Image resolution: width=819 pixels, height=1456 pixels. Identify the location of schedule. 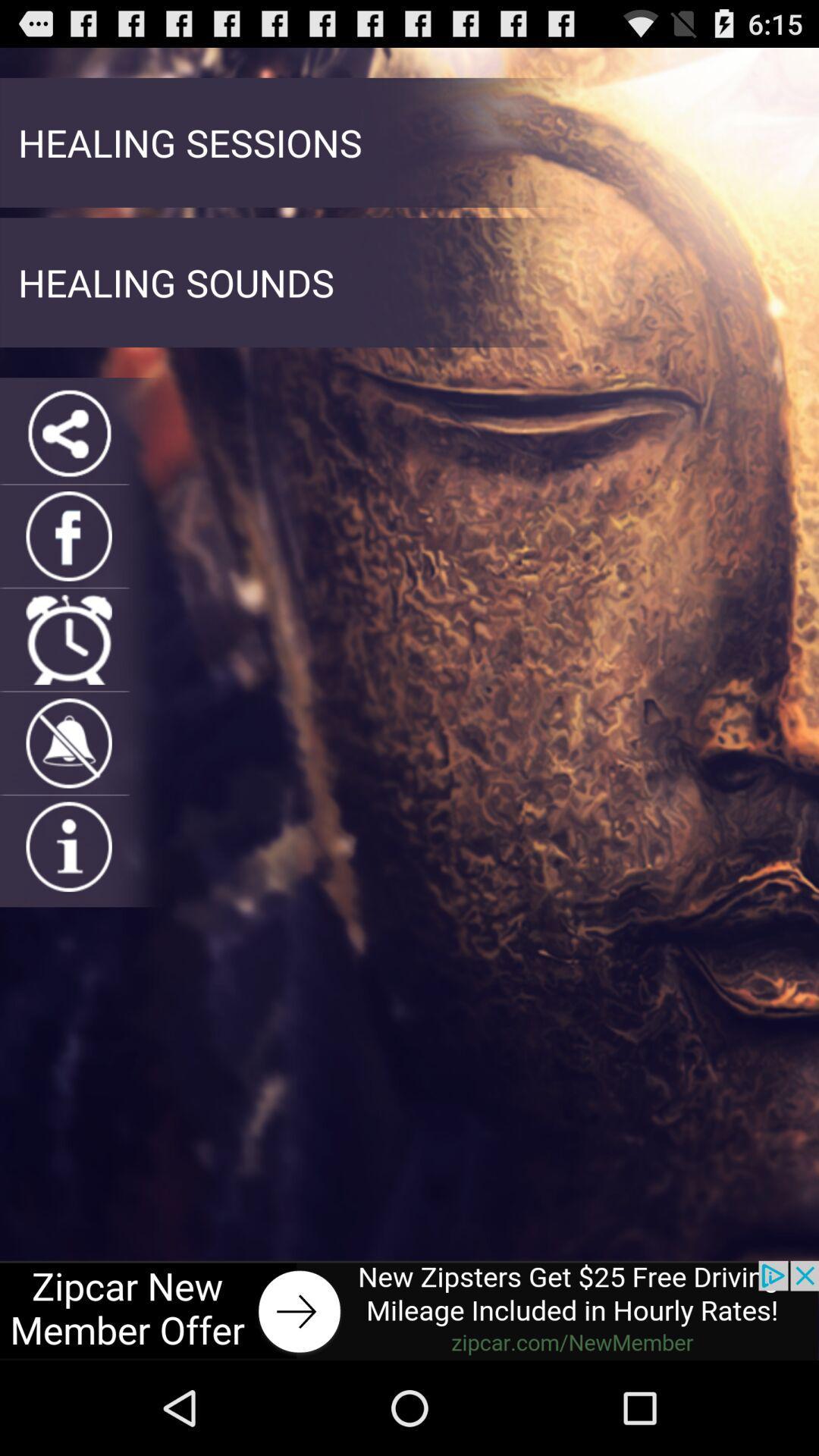
(69, 639).